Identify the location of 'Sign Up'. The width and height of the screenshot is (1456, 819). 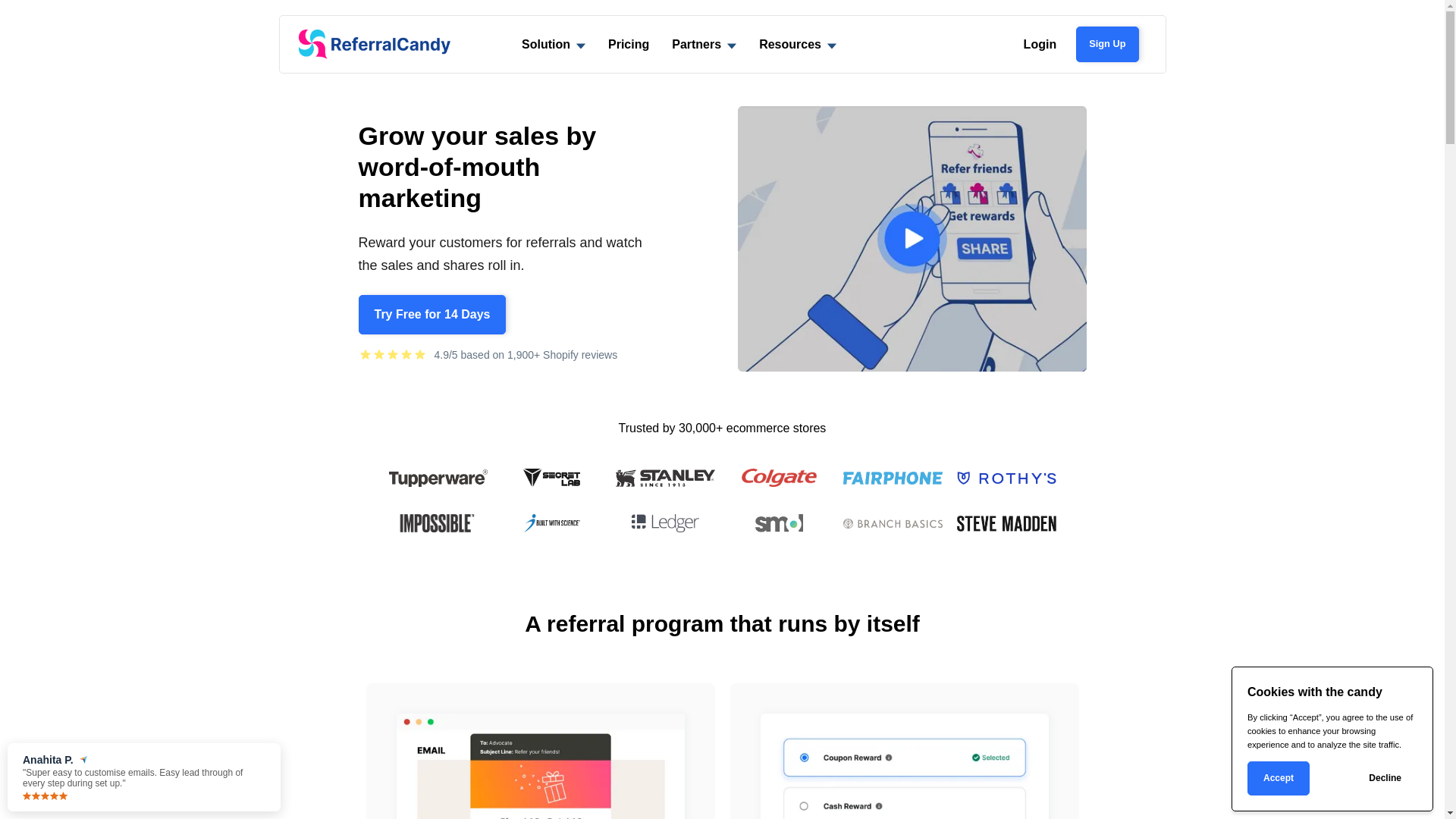
(1106, 42).